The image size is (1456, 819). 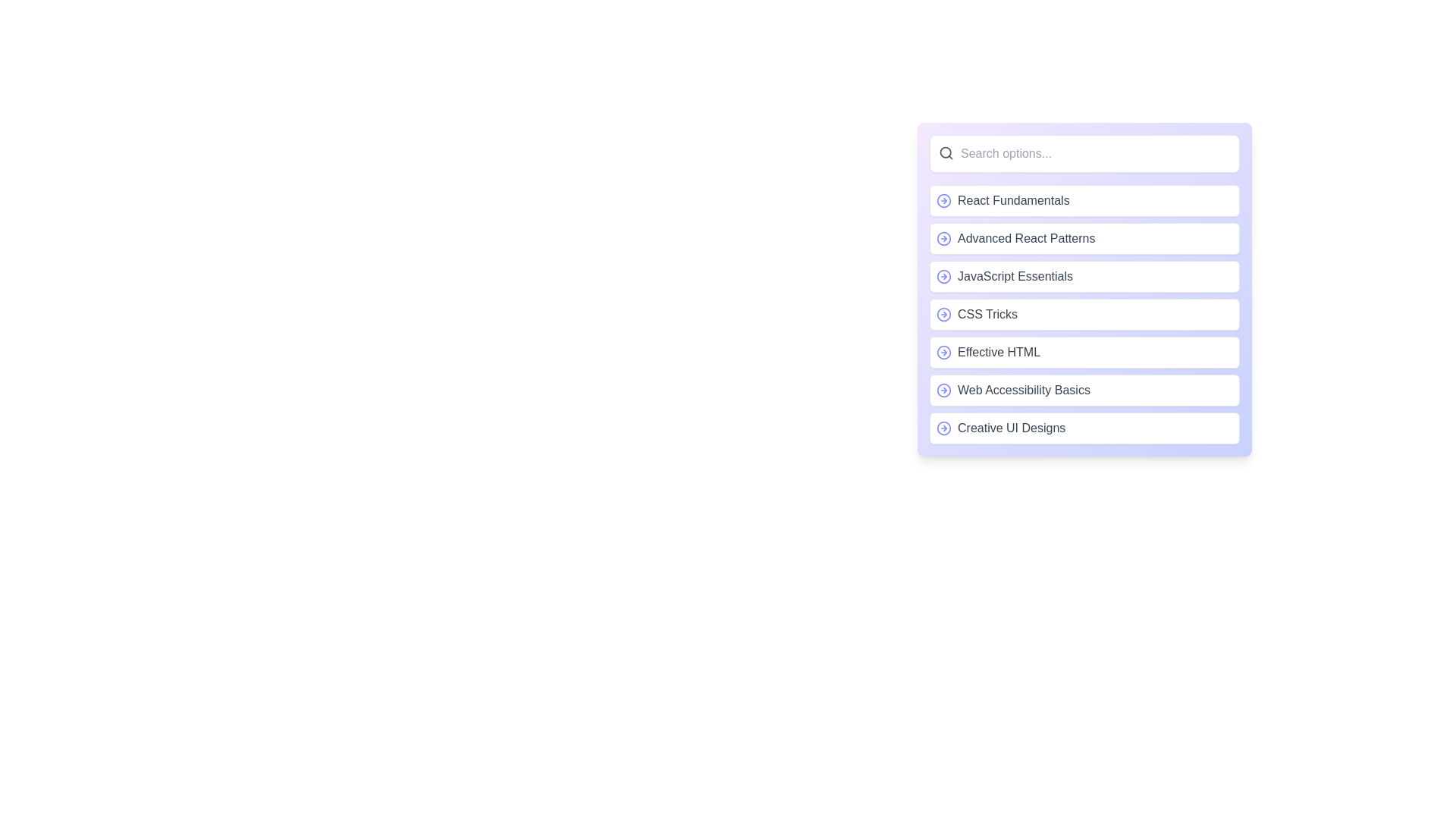 What do you see at coordinates (945, 152) in the screenshot?
I see `the circle element within the magnifying glass icon located in the leftmost area of the rectangular search bar at the top of the right pane` at bounding box center [945, 152].